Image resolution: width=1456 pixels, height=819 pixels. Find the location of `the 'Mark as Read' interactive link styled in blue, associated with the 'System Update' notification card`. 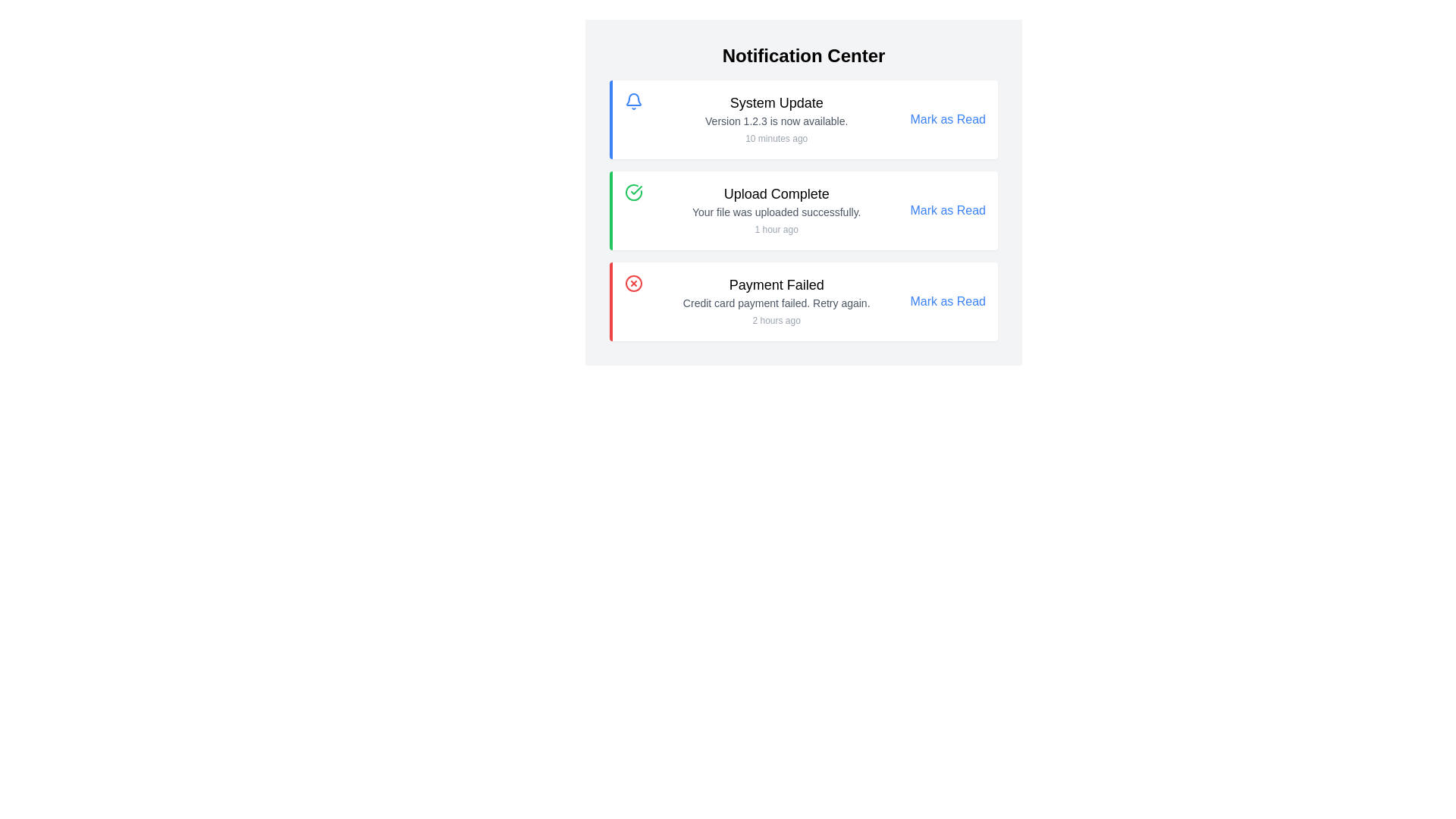

the 'Mark as Read' interactive link styled in blue, associated with the 'System Update' notification card is located at coordinates (947, 119).